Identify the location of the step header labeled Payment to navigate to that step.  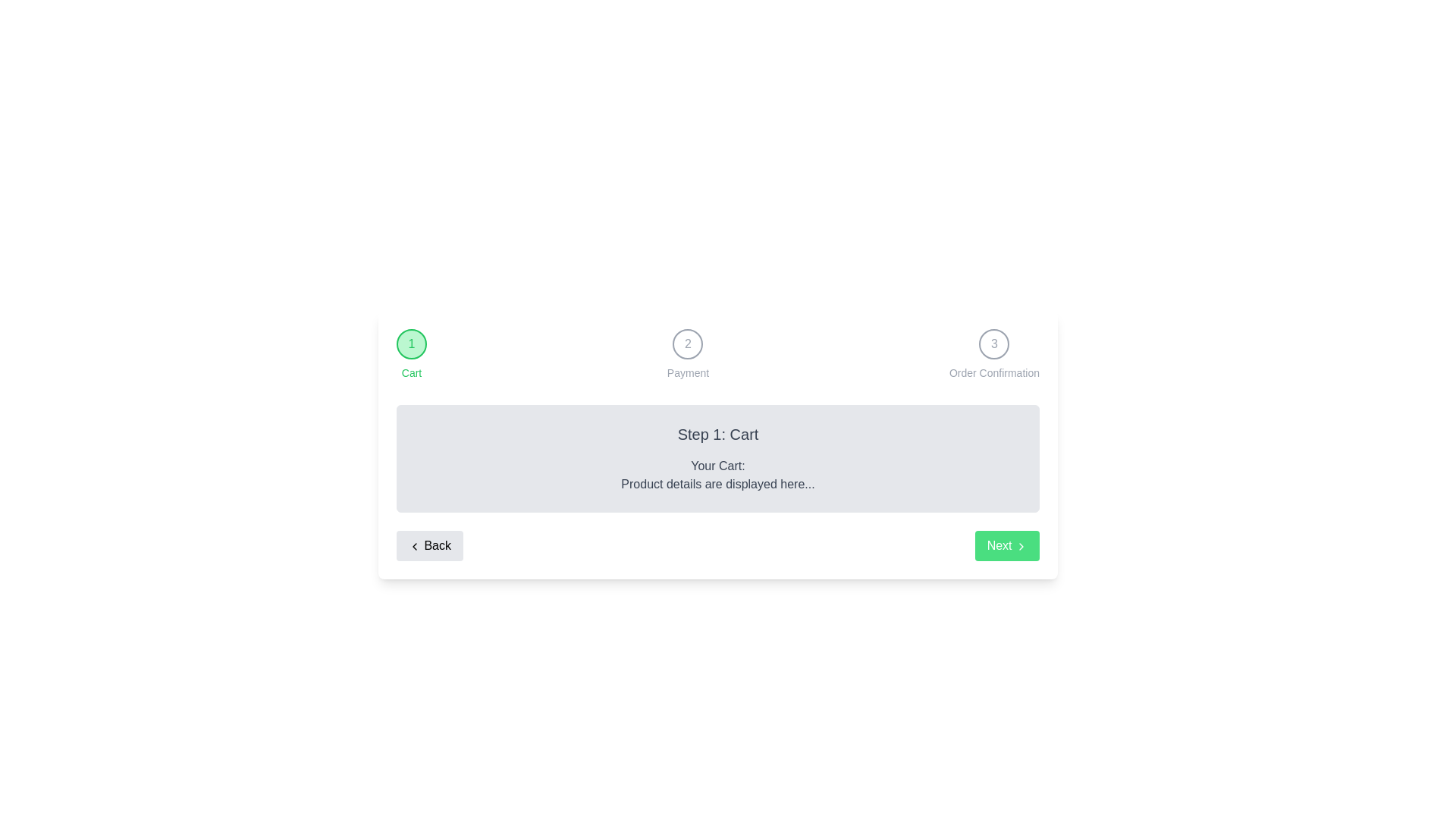
(687, 344).